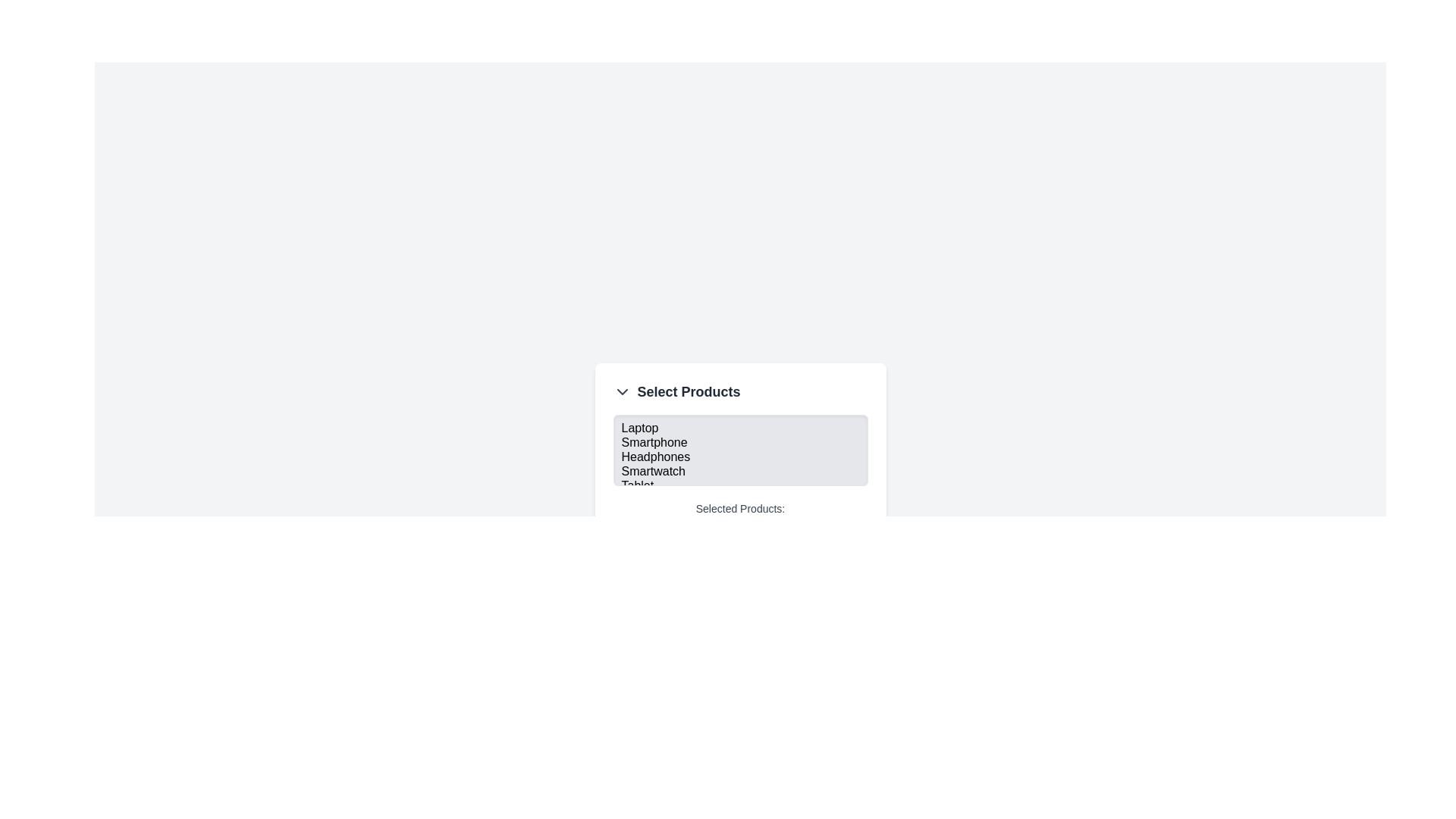 The height and width of the screenshot is (819, 1456). What do you see at coordinates (622, 391) in the screenshot?
I see `the icon located to the left of the text 'Select Products'` at bounding box center [622, 391].